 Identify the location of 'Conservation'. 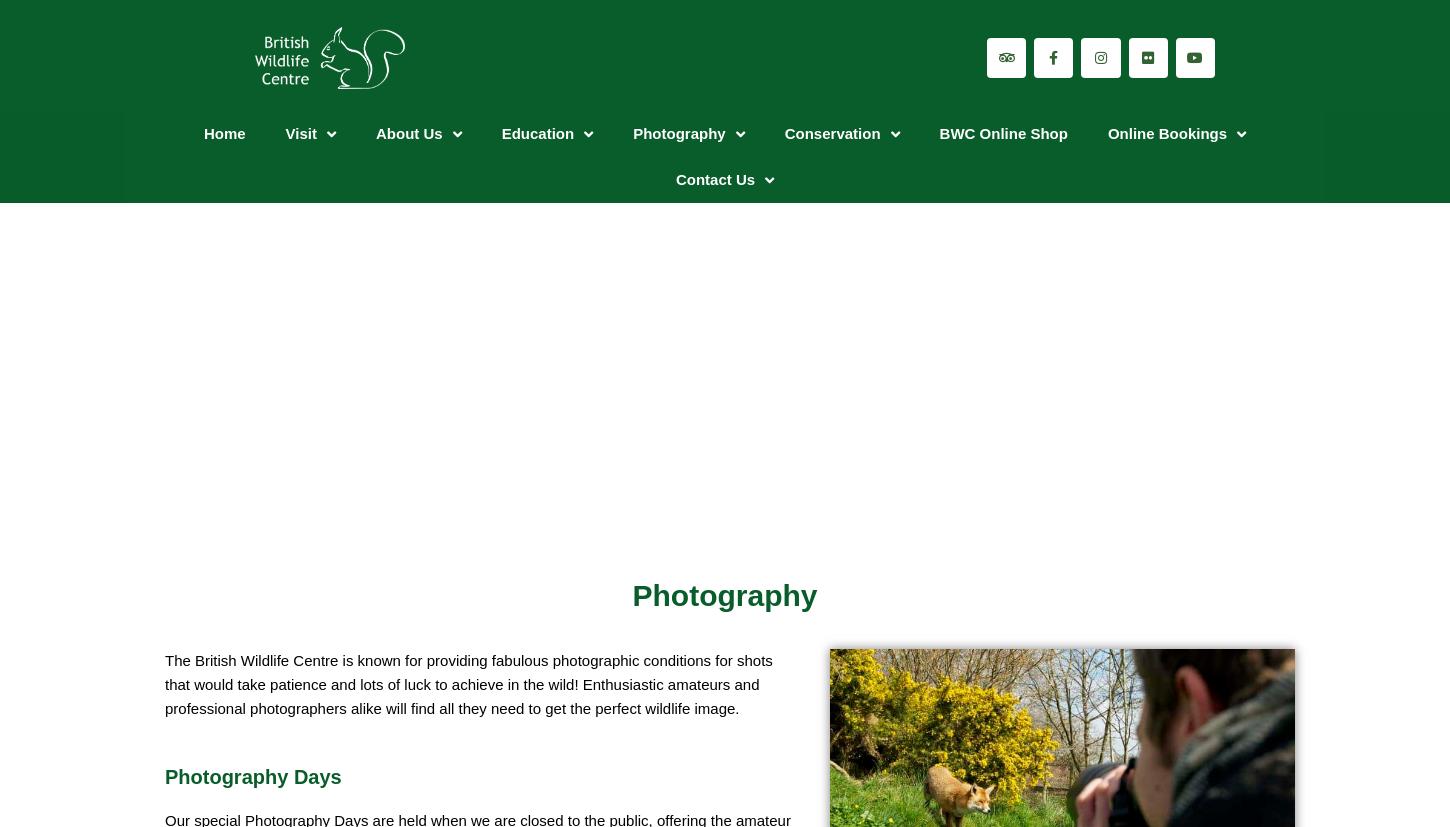
(832, 133).